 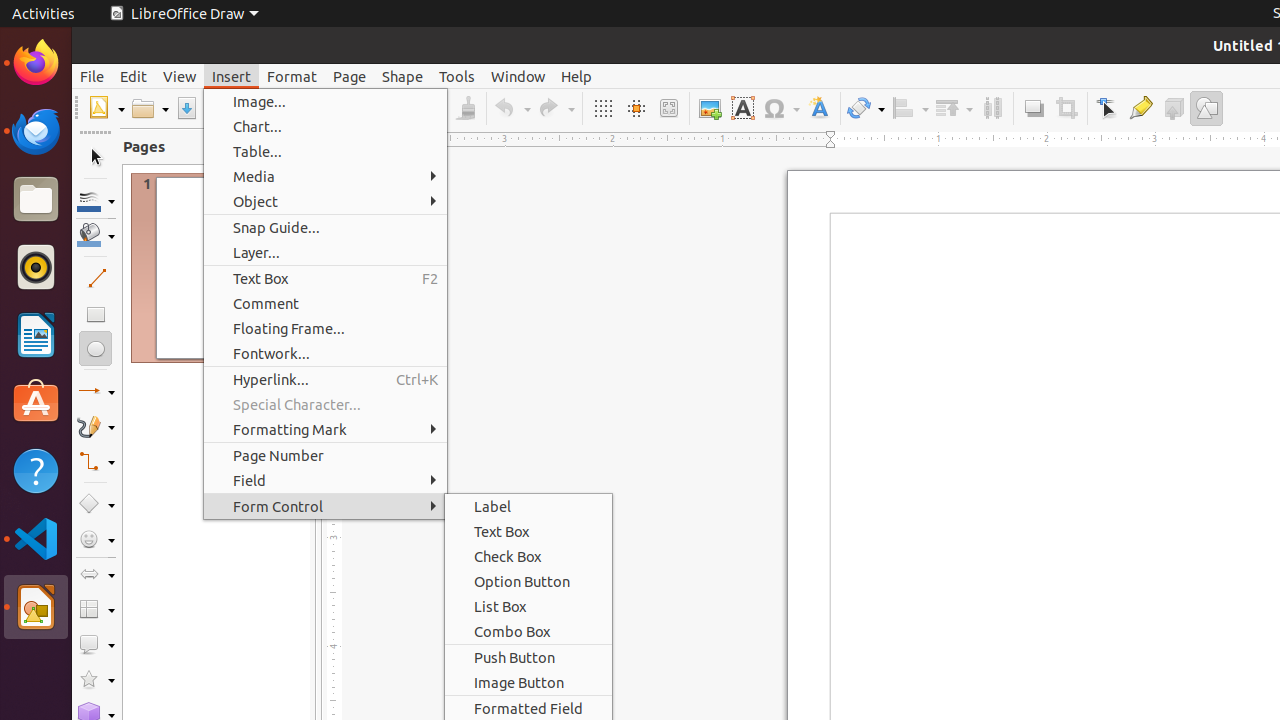 I want to click on 'Media', so click(x=325, y=175).